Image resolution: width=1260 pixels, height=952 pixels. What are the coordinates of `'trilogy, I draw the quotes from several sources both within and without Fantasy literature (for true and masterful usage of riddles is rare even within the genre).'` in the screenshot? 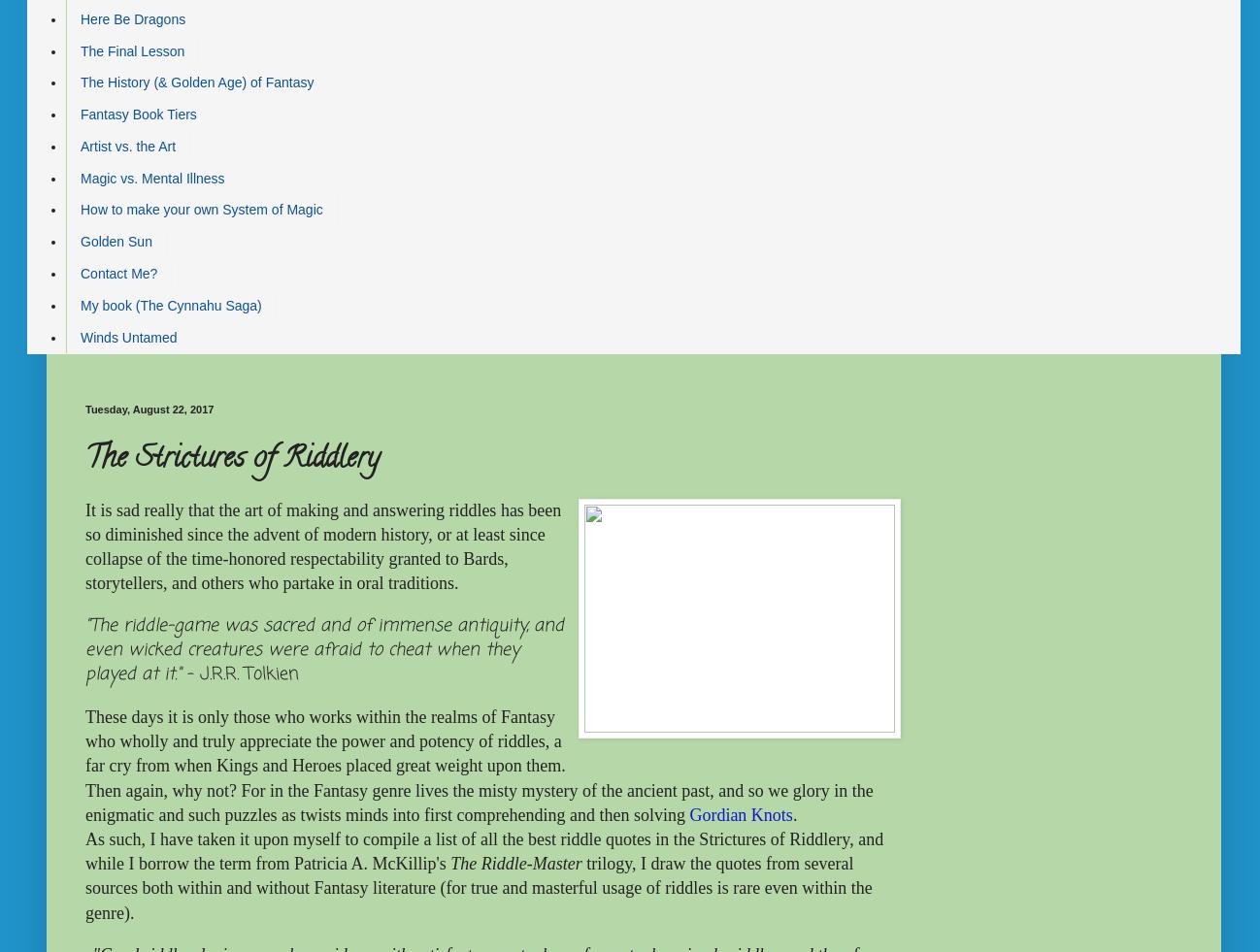 It's located at (85, 887).